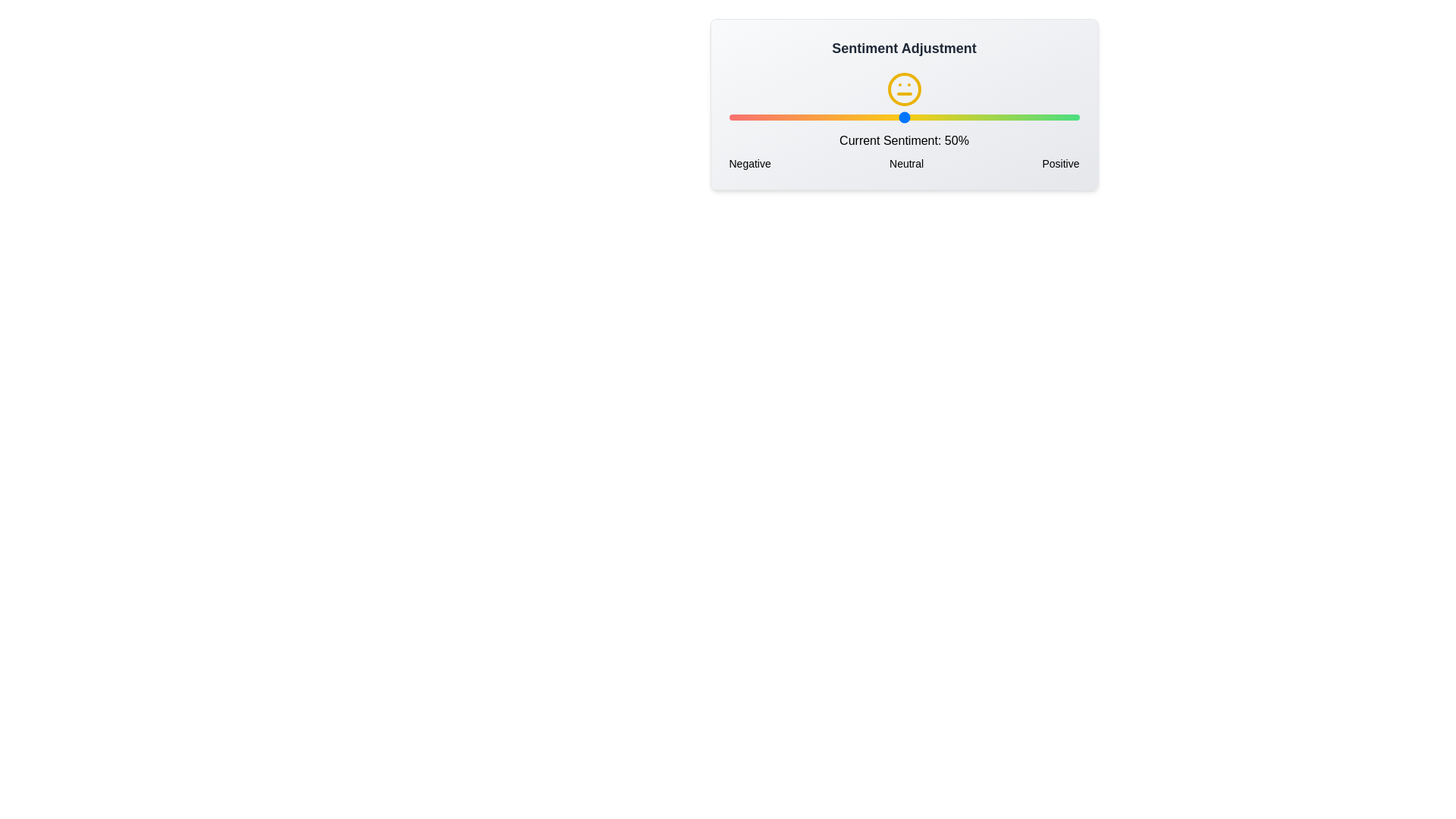  I want to click on the sentiment slider to 20%, so click(798, 116).